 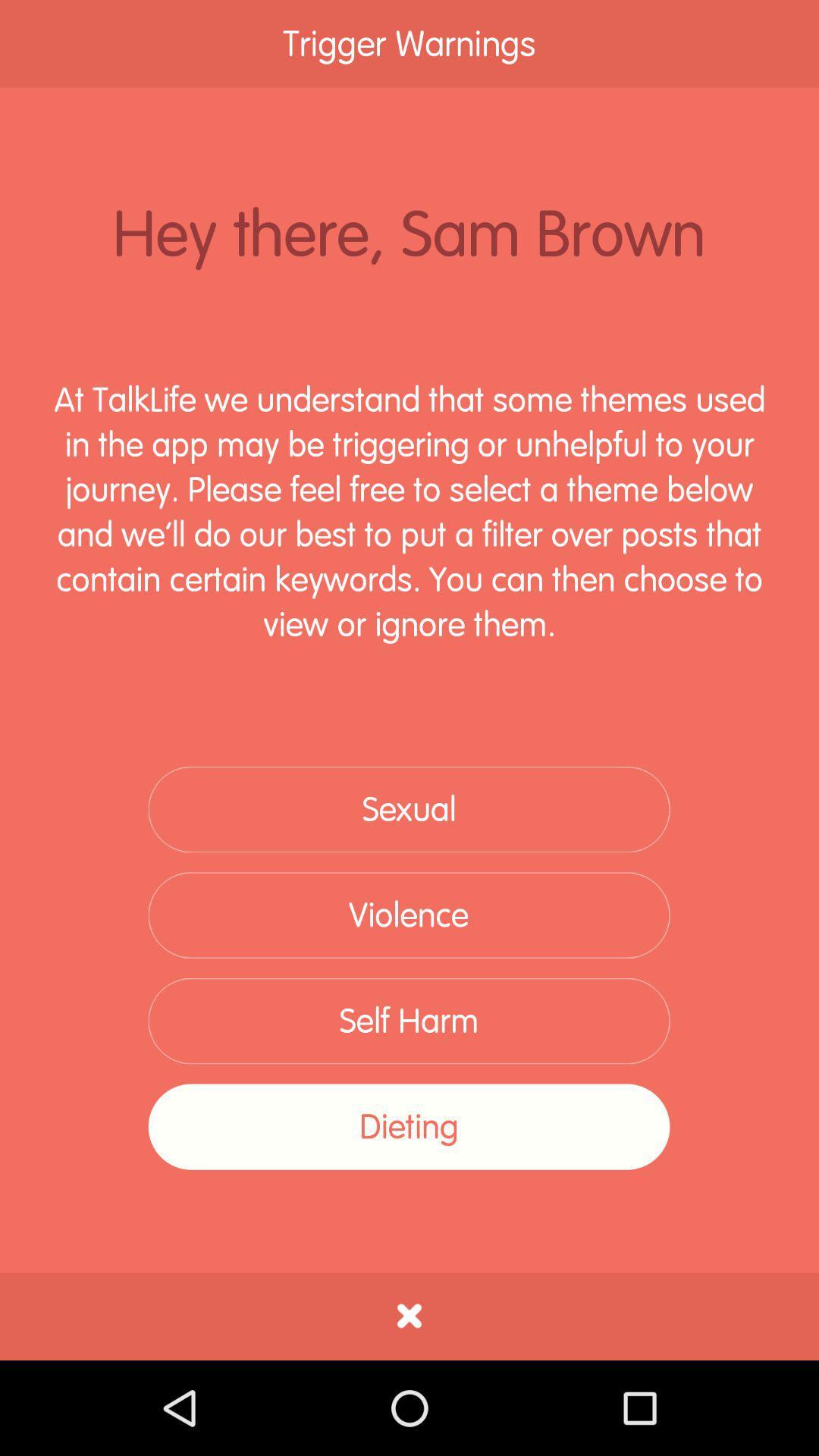 What do you see at coordinates (408, 915) in the screenshot?
I see `the violence` at bounding box center [408, 915].